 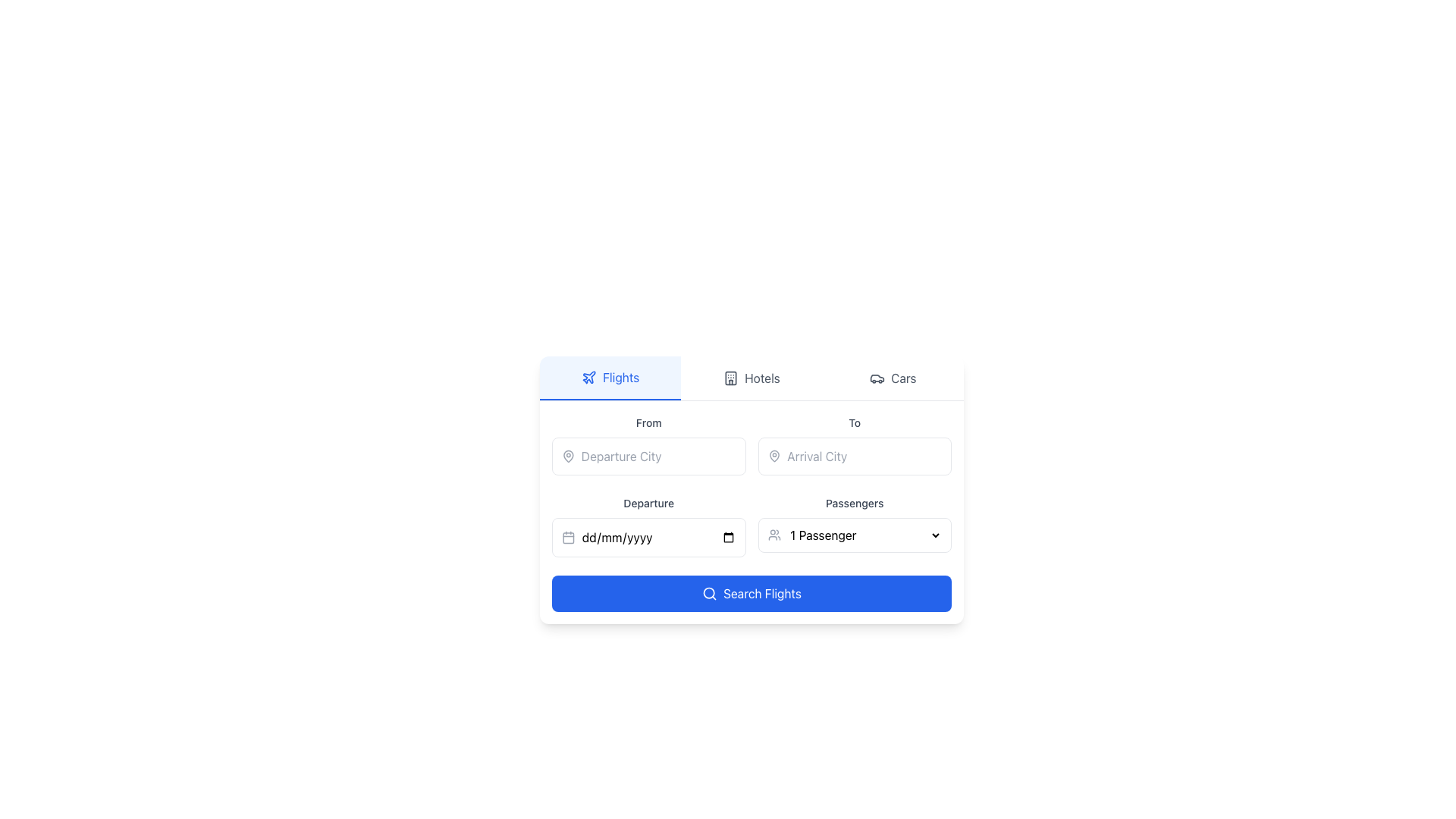 What do you see at coordinates (864, 534) in the screenshot?
I see `the 'Passengers' dropdown menu in the flight search form` at bounding box center [864, 534].